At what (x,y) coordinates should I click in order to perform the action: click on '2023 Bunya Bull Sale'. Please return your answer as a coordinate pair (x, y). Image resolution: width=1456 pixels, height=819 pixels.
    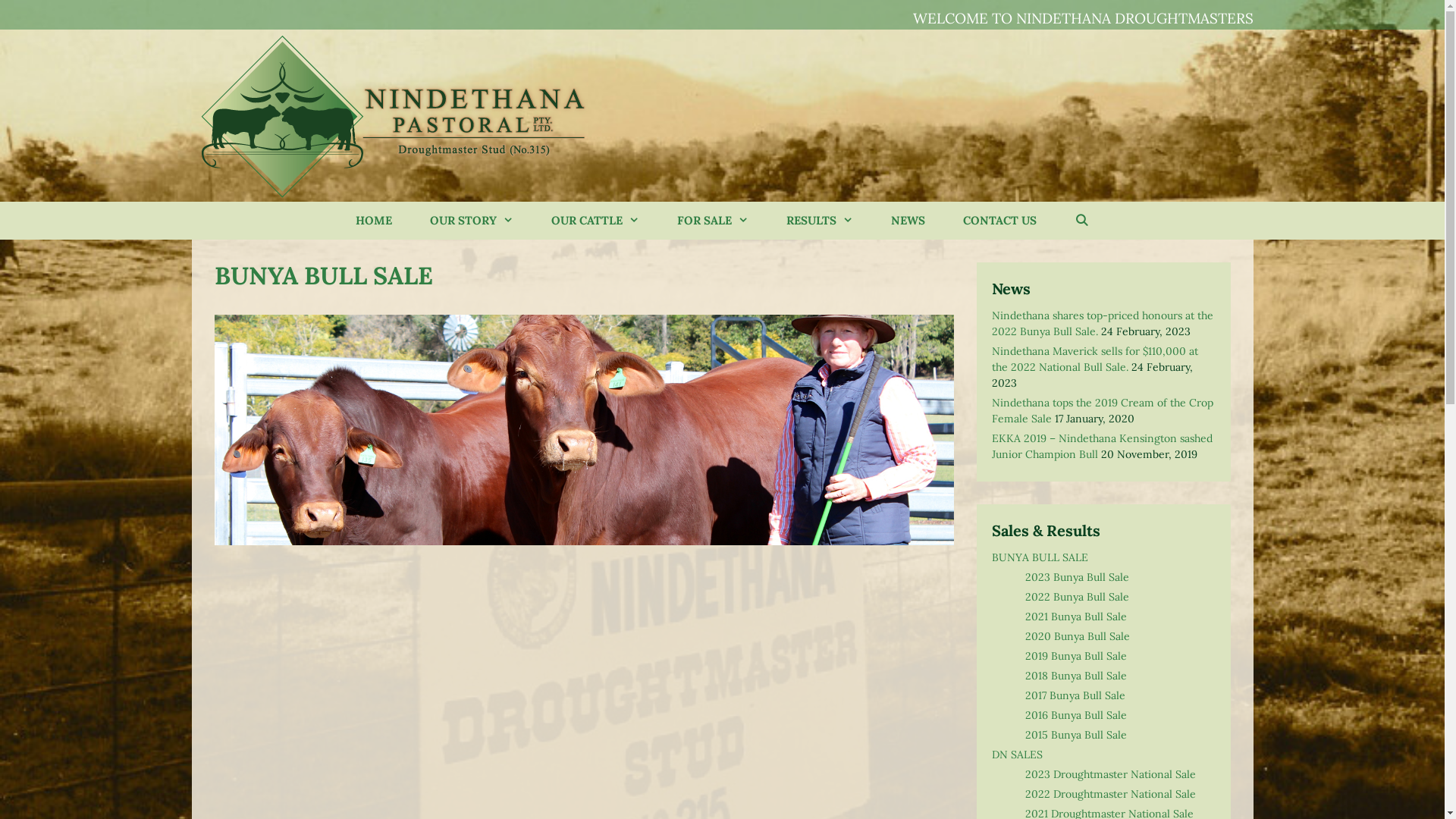
    Looking at the image, I should click on (1025, 576).